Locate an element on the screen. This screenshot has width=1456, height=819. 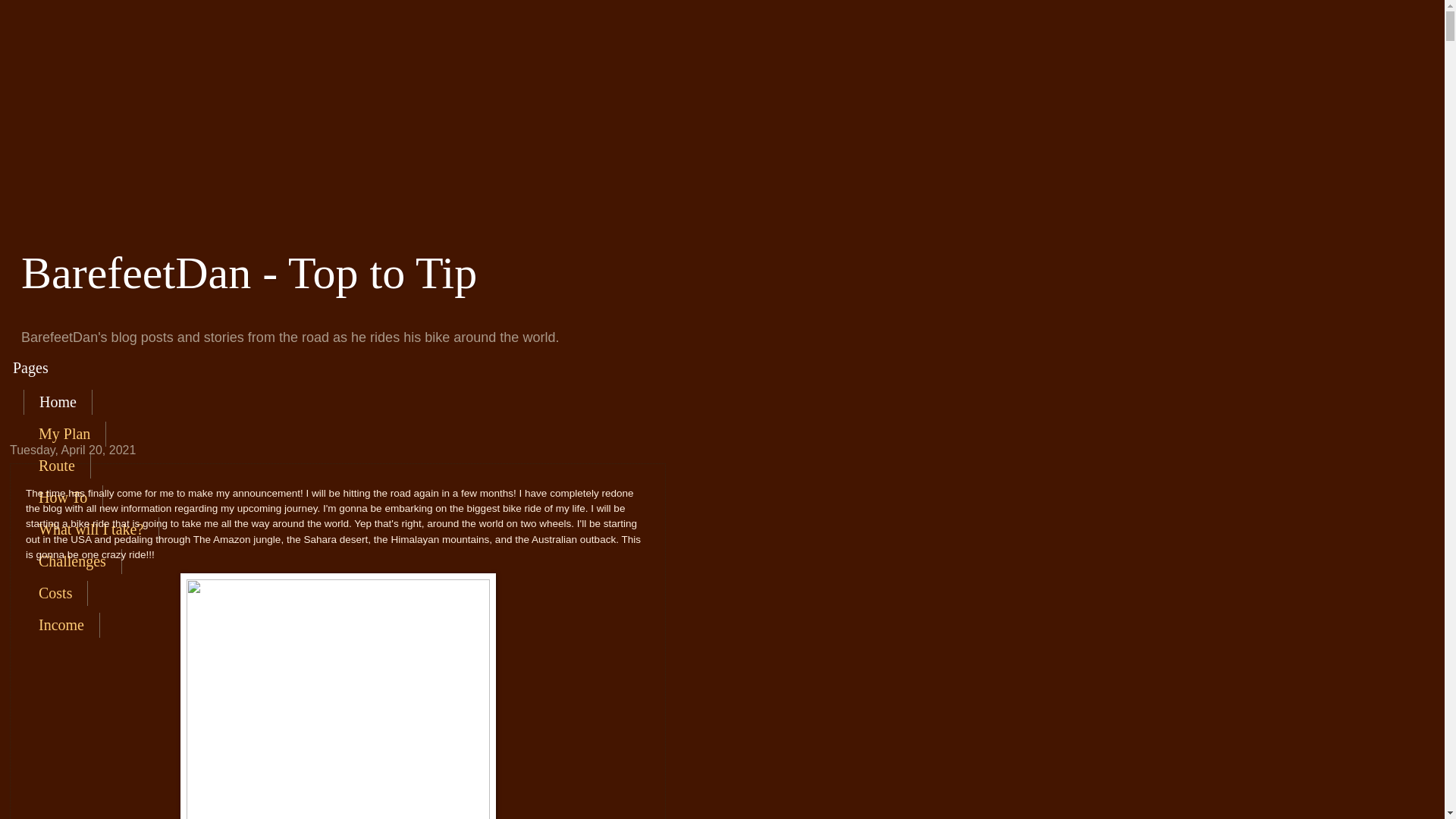
'Income' is located at coordinates (61, 625).